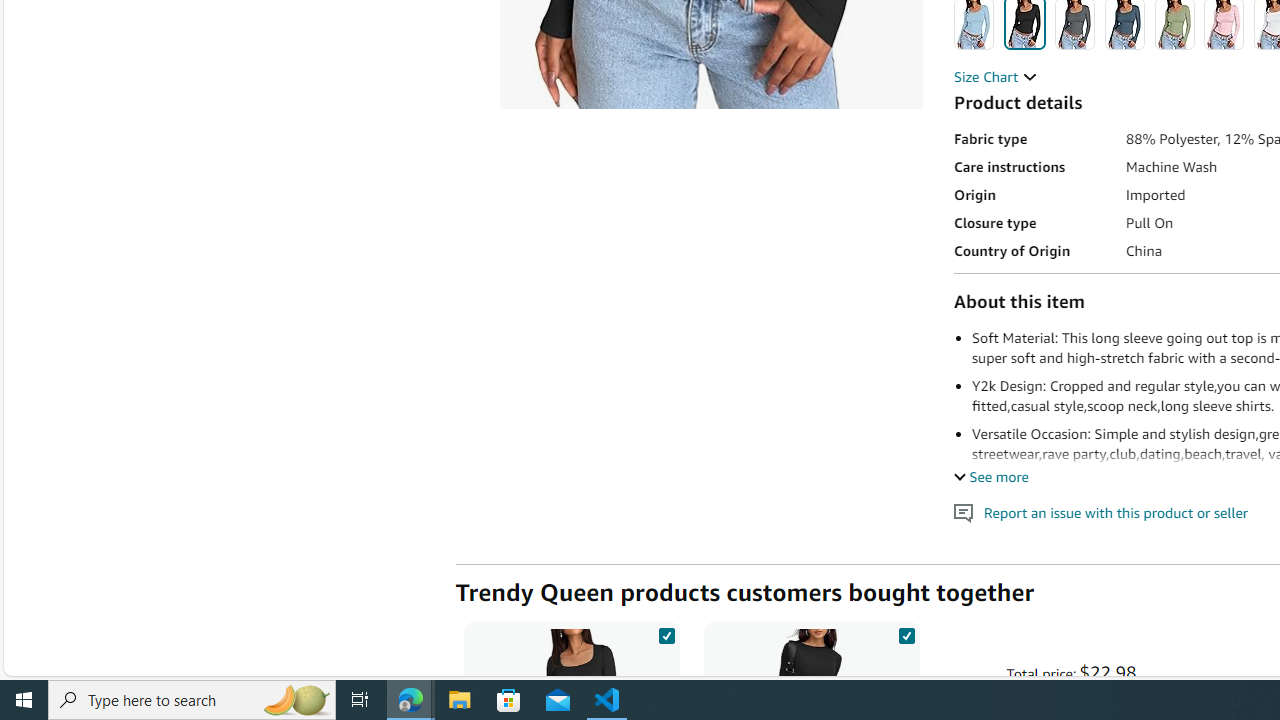 Image resolution: width=1280 pixels, height=720 pixels. I want to click on 'Size Chart ', so click(995, 76).